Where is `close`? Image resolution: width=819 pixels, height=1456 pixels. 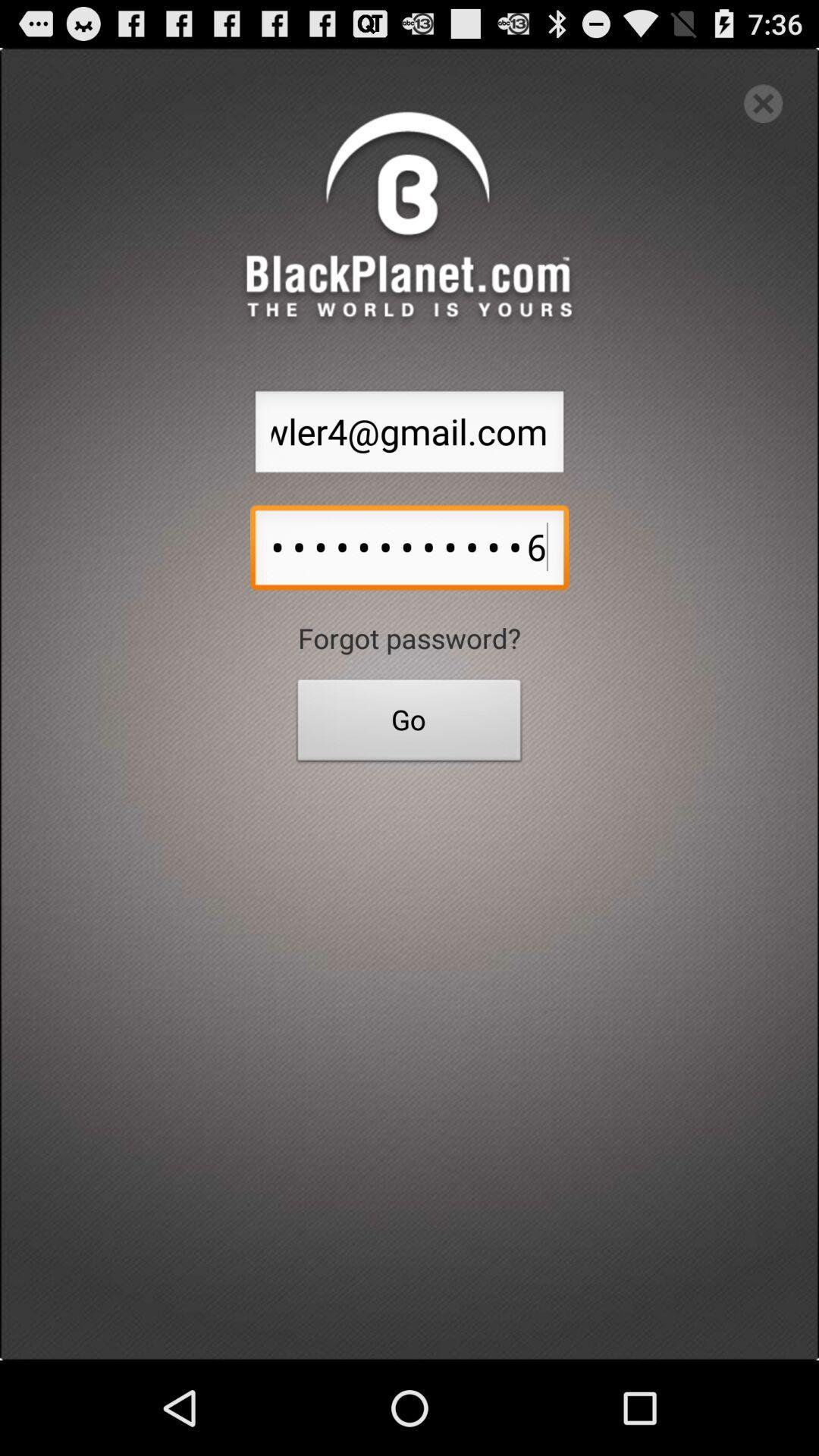 close is located at coordinates (763, 102).